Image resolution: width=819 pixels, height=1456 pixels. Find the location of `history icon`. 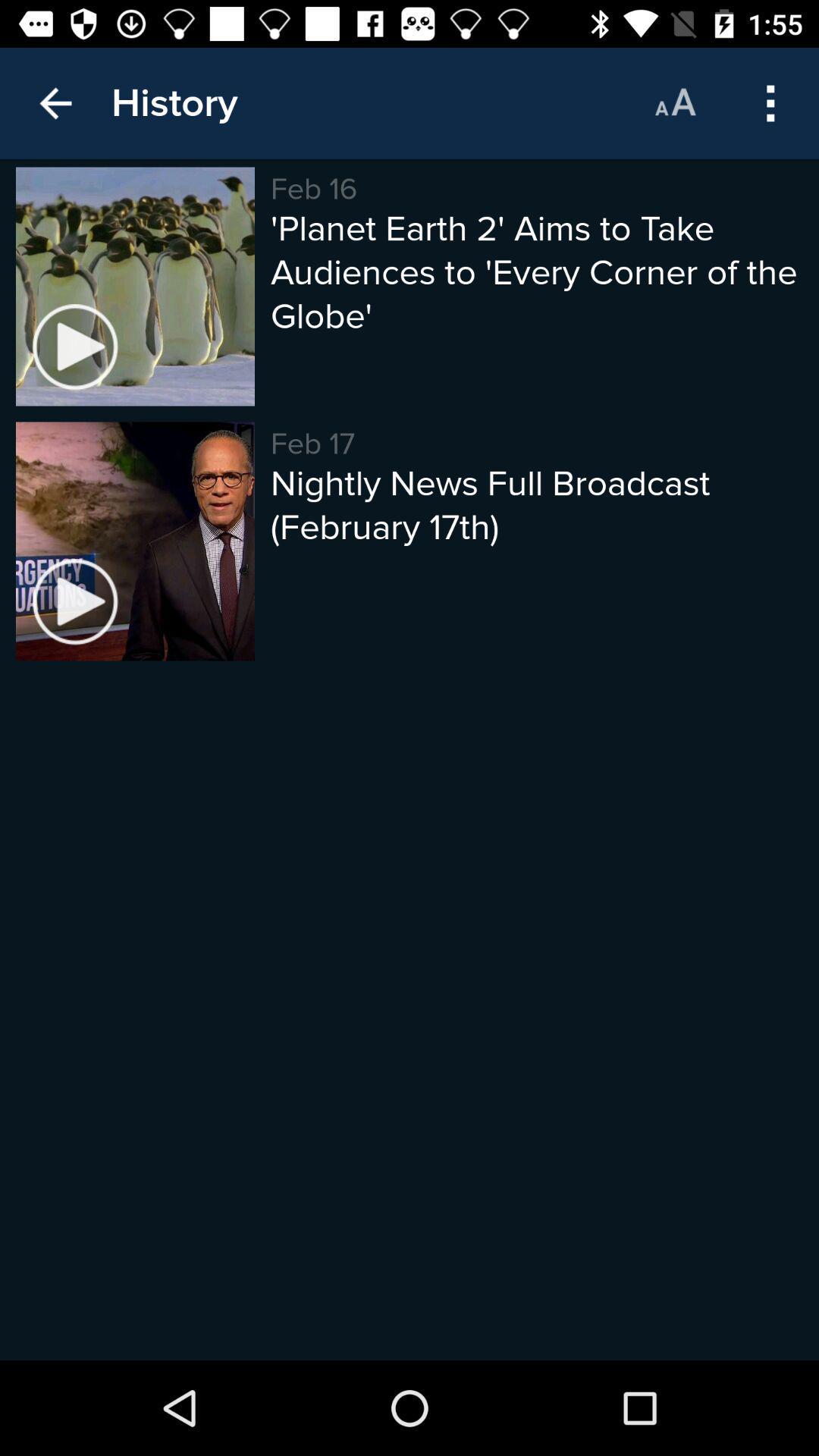

history icon is located at coordinates (174, 102).